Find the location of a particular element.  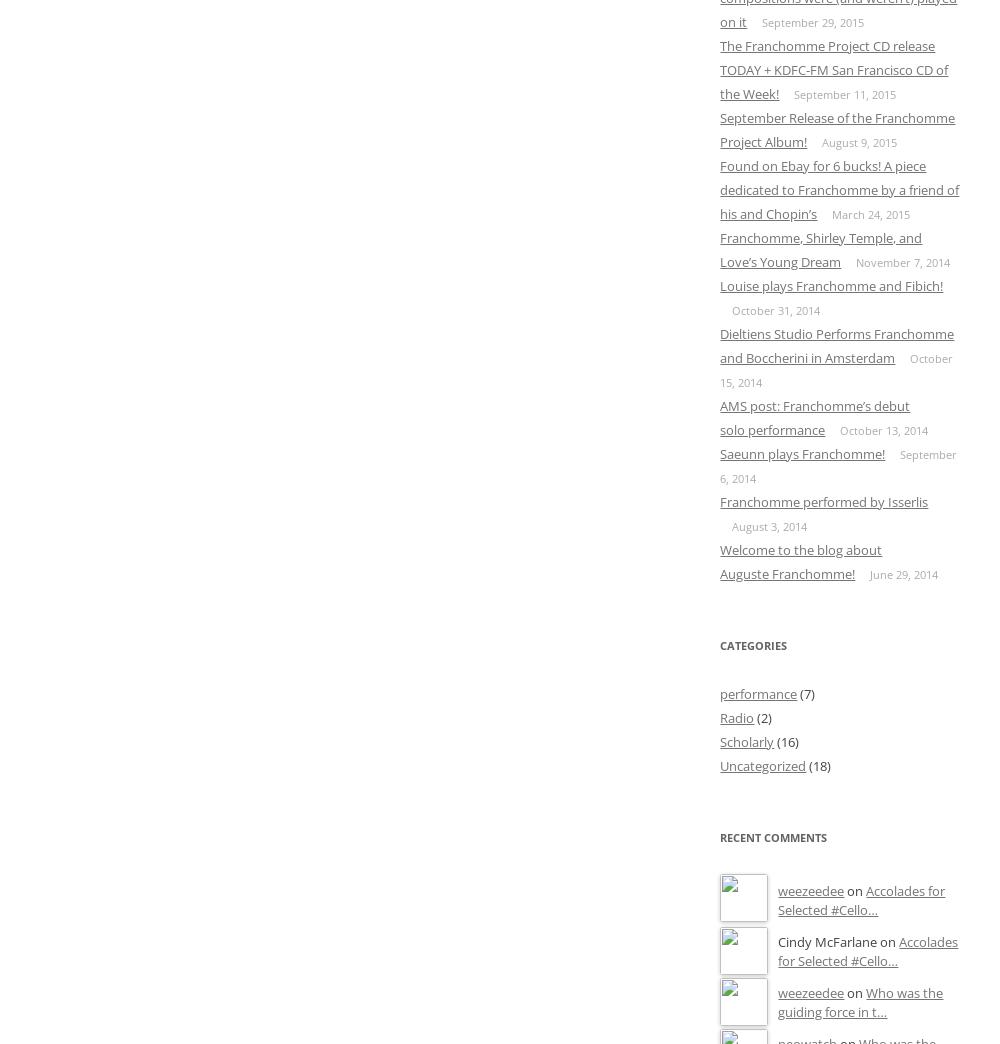

'(18)' is located at coordinates (817, 765).